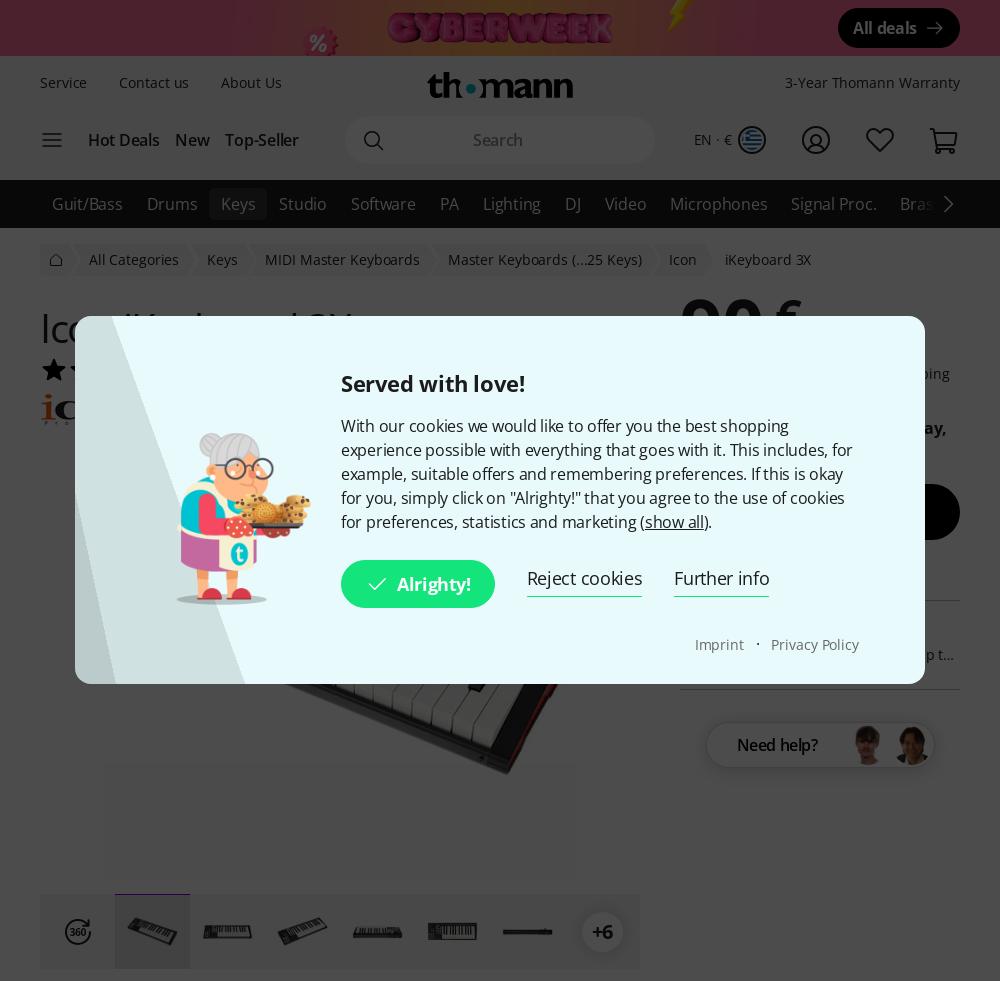 The height and width of the screenshot is (981, 1000). I want to click on 'Bargains', so click(87, 186).